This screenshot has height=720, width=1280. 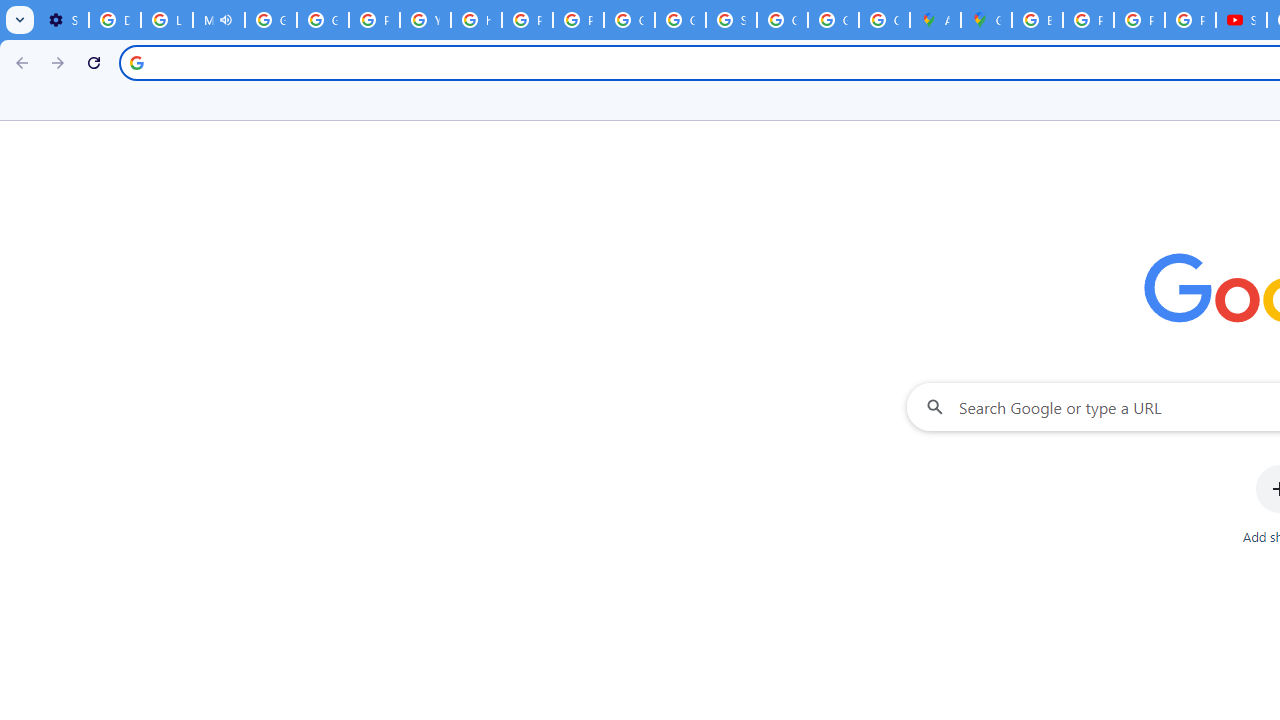 I want to click on 'Learn how to find your photos - Google Photos Help', so click(x=167, y=20).